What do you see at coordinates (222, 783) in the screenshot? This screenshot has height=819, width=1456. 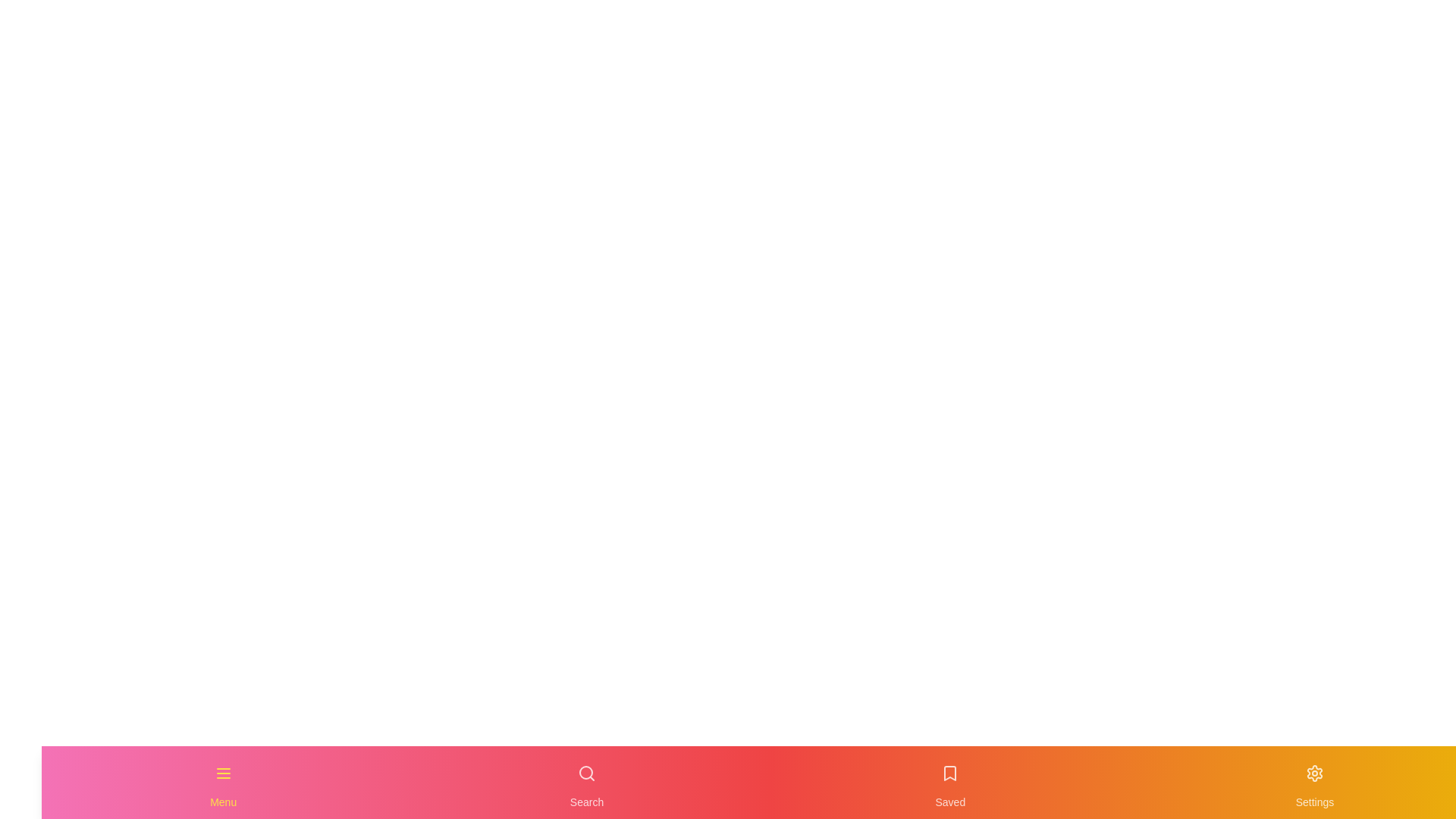 I see `the navigation item labeled Menu to highlight it` at bounding box center [222, 783].